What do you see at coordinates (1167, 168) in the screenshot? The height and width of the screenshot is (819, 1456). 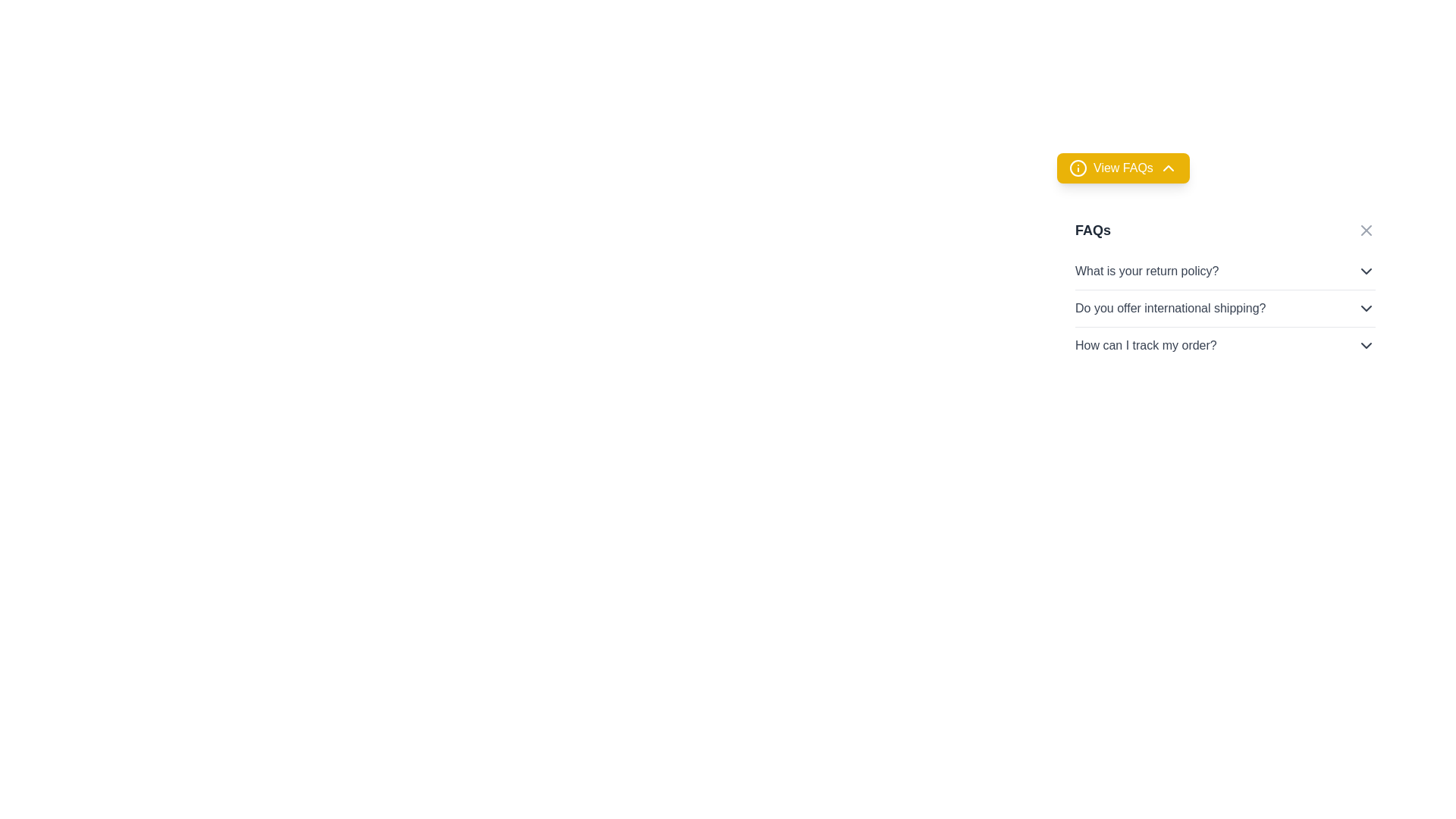 I see `the collapsibility icon located within the 'View FAQs' button, which is situated near the top-right area of the interface, to the right of the circular information icon` at bounding box center [1167, 168].